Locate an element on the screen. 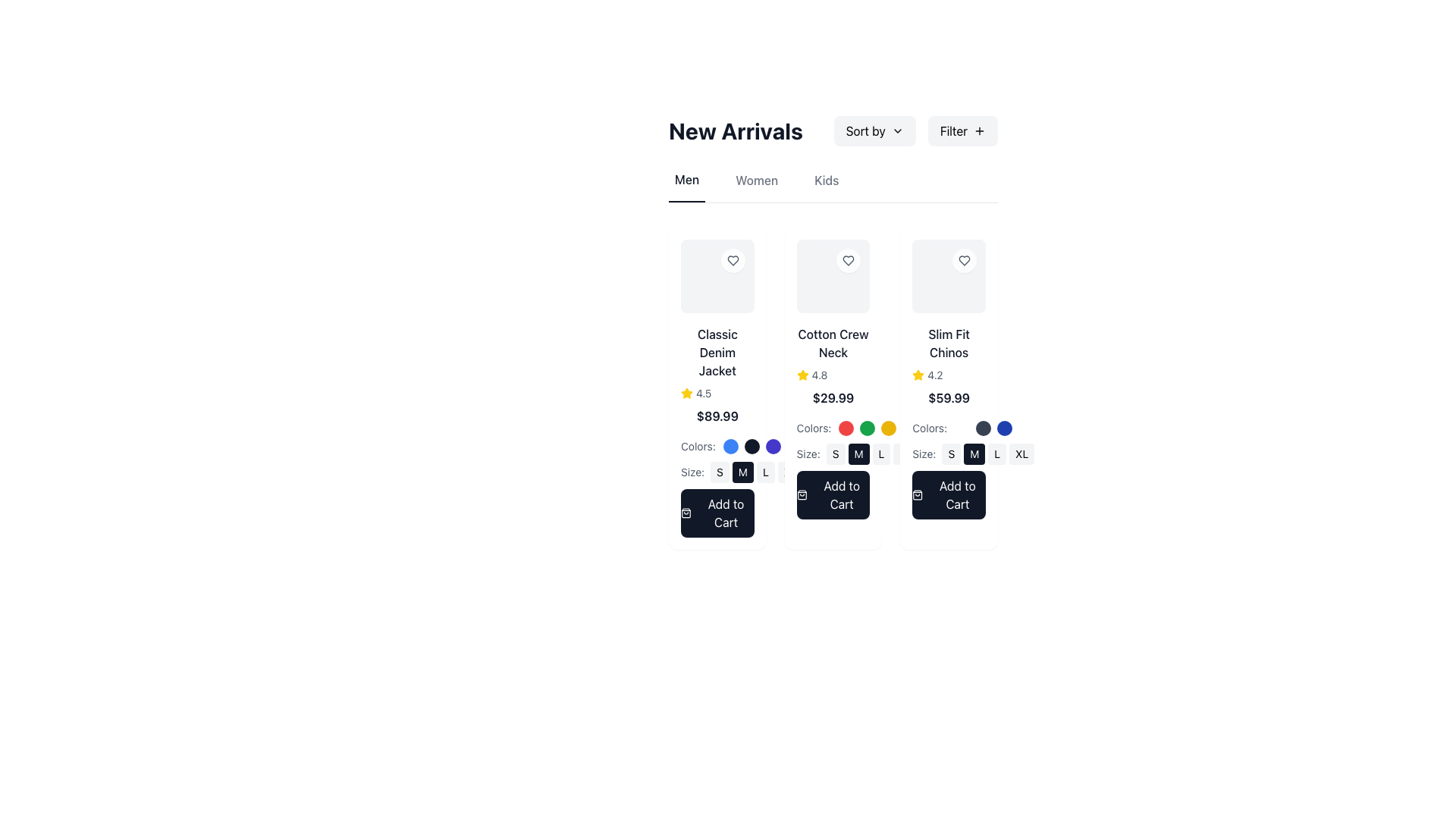 The image size is (1456, 819). the shopping bag icon within the 'Add to Cart' button of the first product card is located at coordinates (686, 512).